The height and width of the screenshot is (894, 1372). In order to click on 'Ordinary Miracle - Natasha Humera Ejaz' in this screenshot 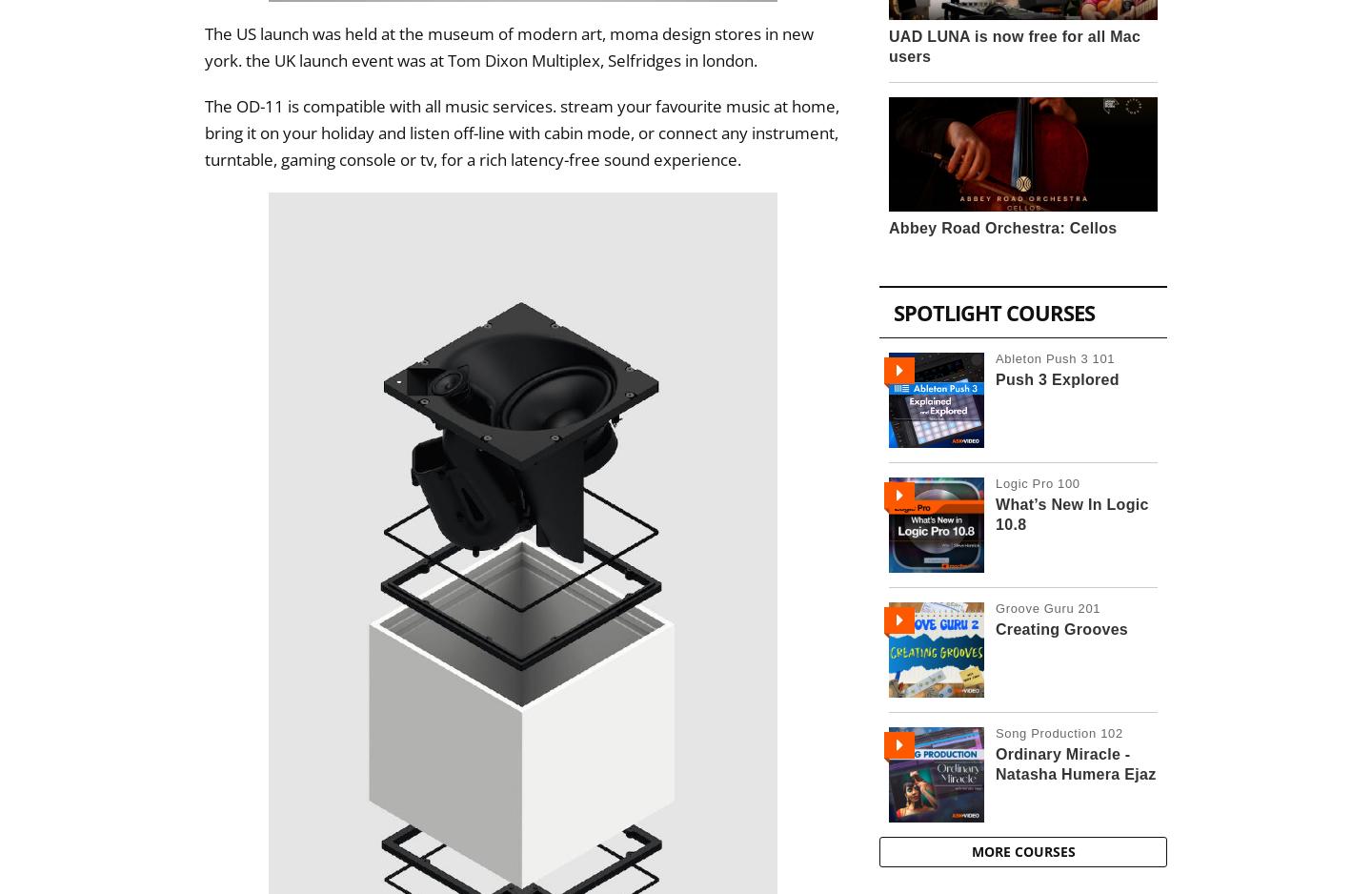, I will do `click(1074, 762)`.